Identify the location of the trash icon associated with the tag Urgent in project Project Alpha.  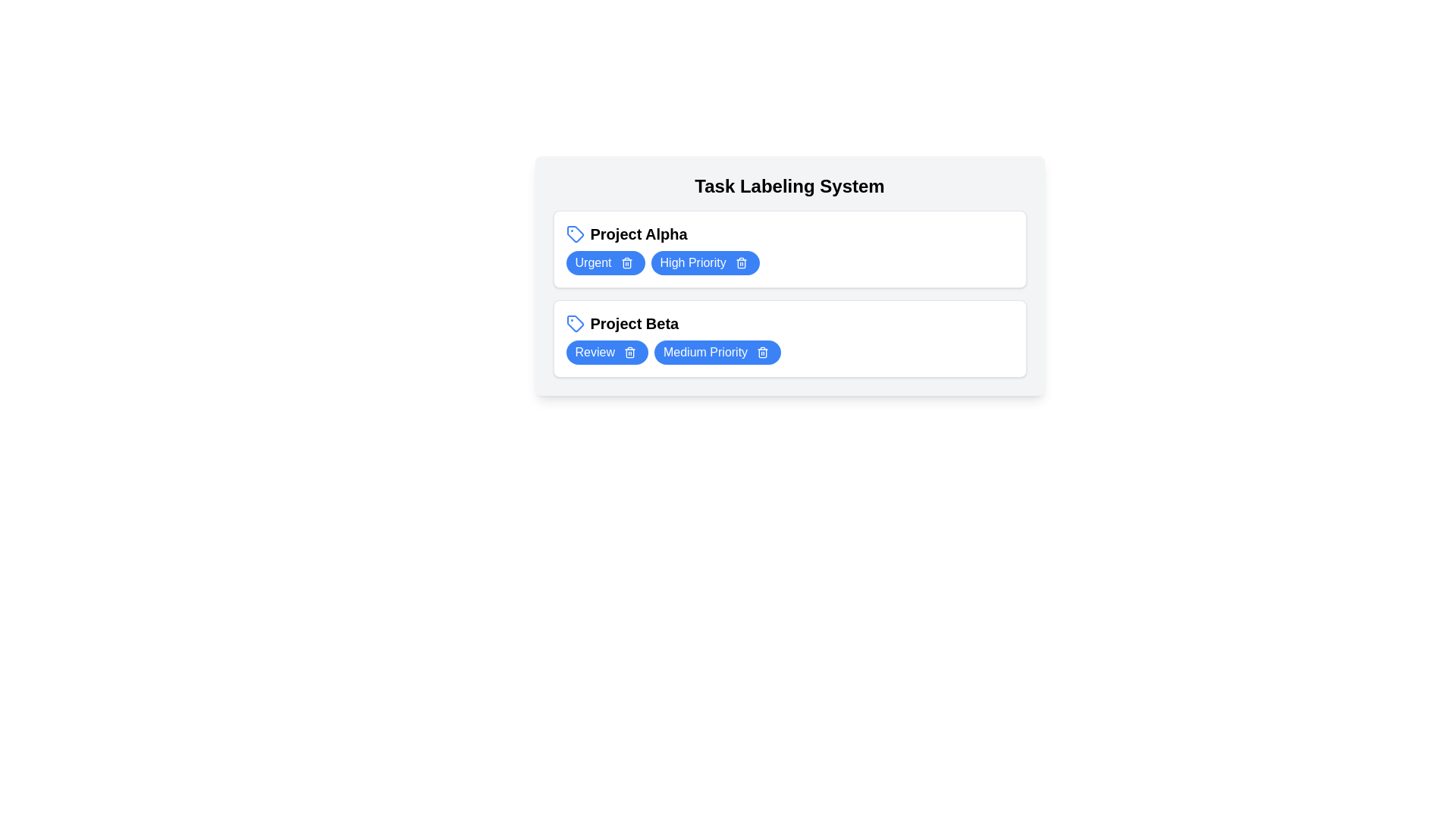
(626, 262).